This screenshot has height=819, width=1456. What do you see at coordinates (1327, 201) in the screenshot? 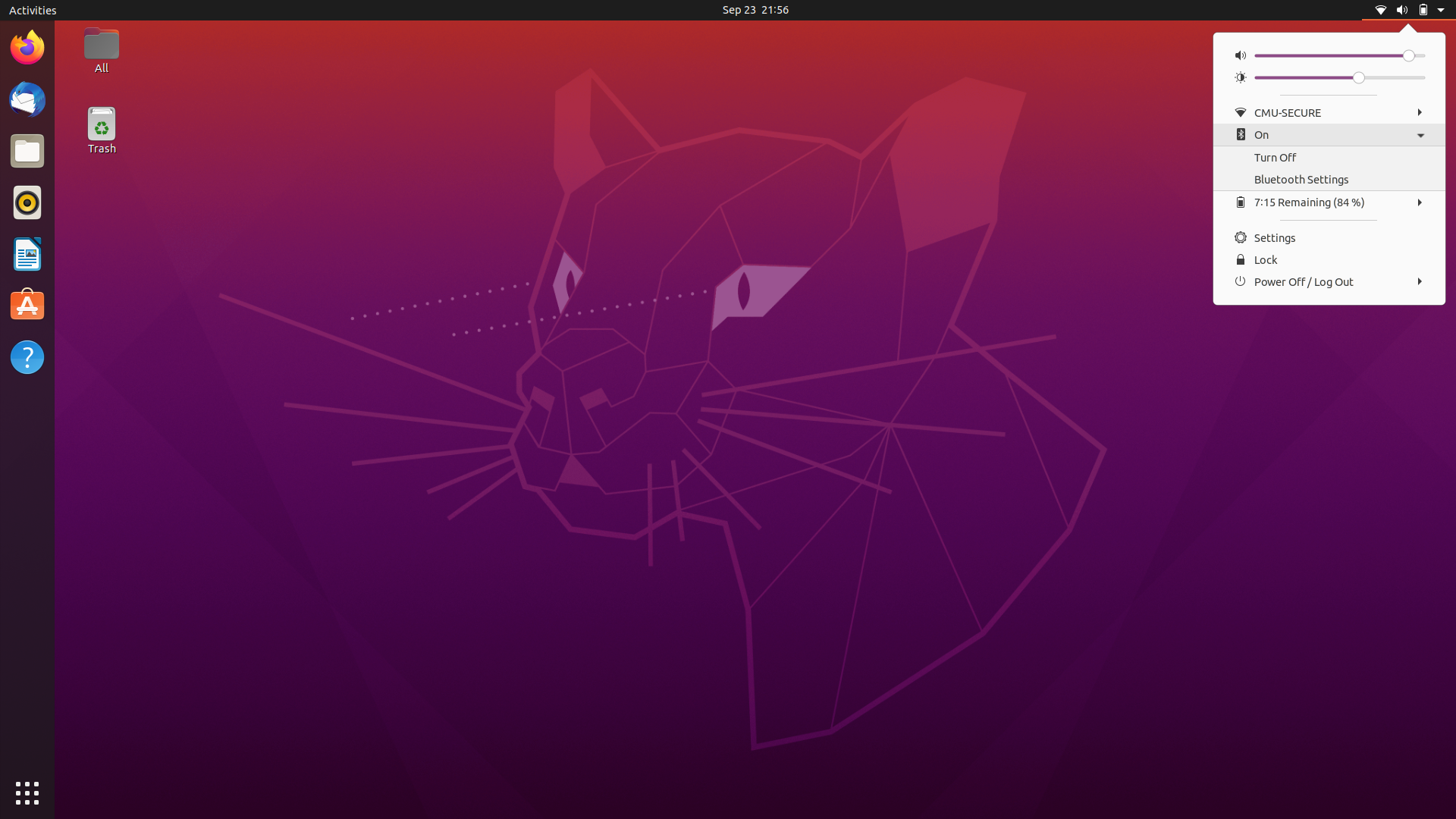
I see `the Battery Configuration` at bounding box center [1327, 201].